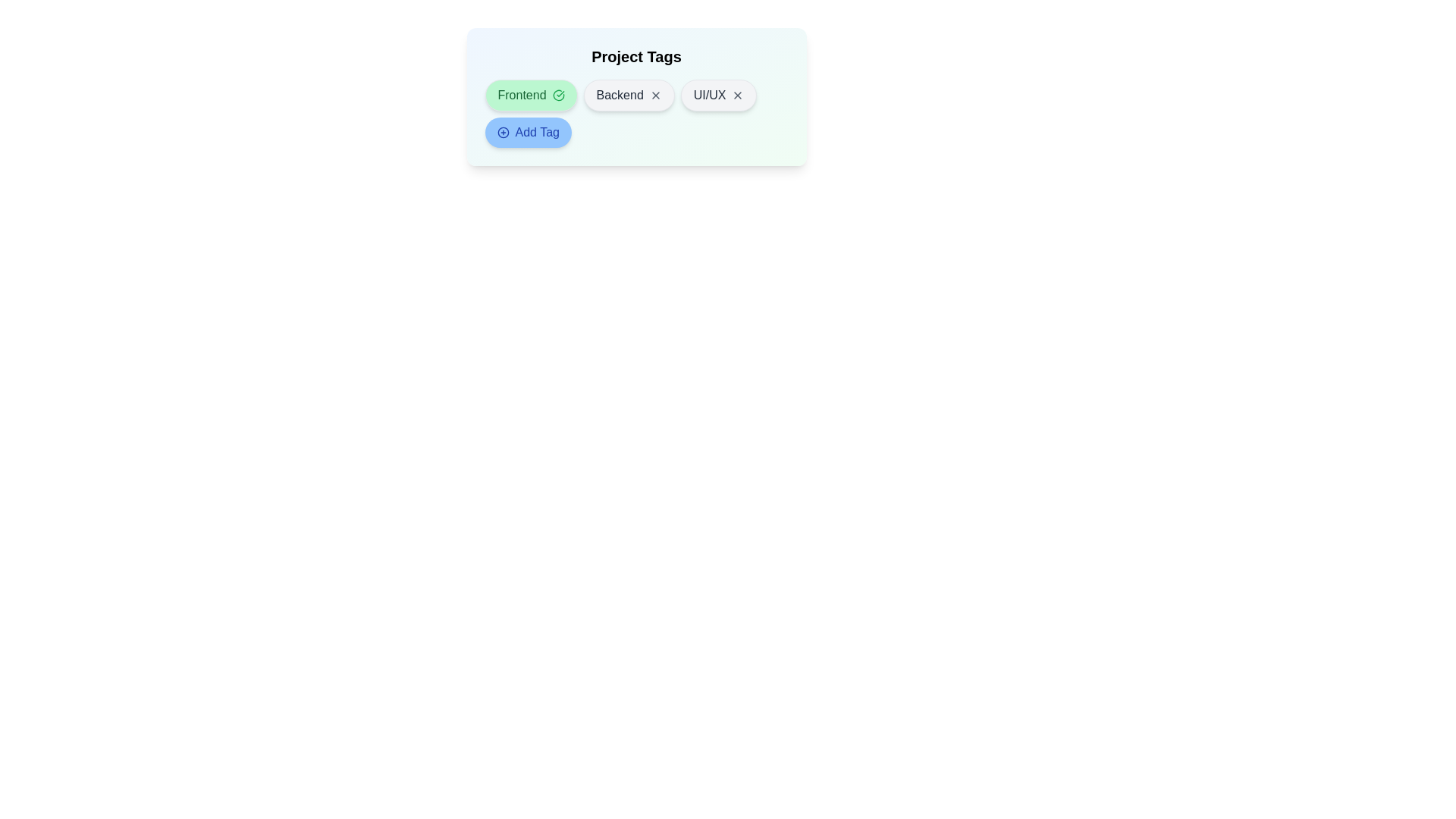  I want to click on the 'Add Tag' button to add a new tag, so click(528, 131).